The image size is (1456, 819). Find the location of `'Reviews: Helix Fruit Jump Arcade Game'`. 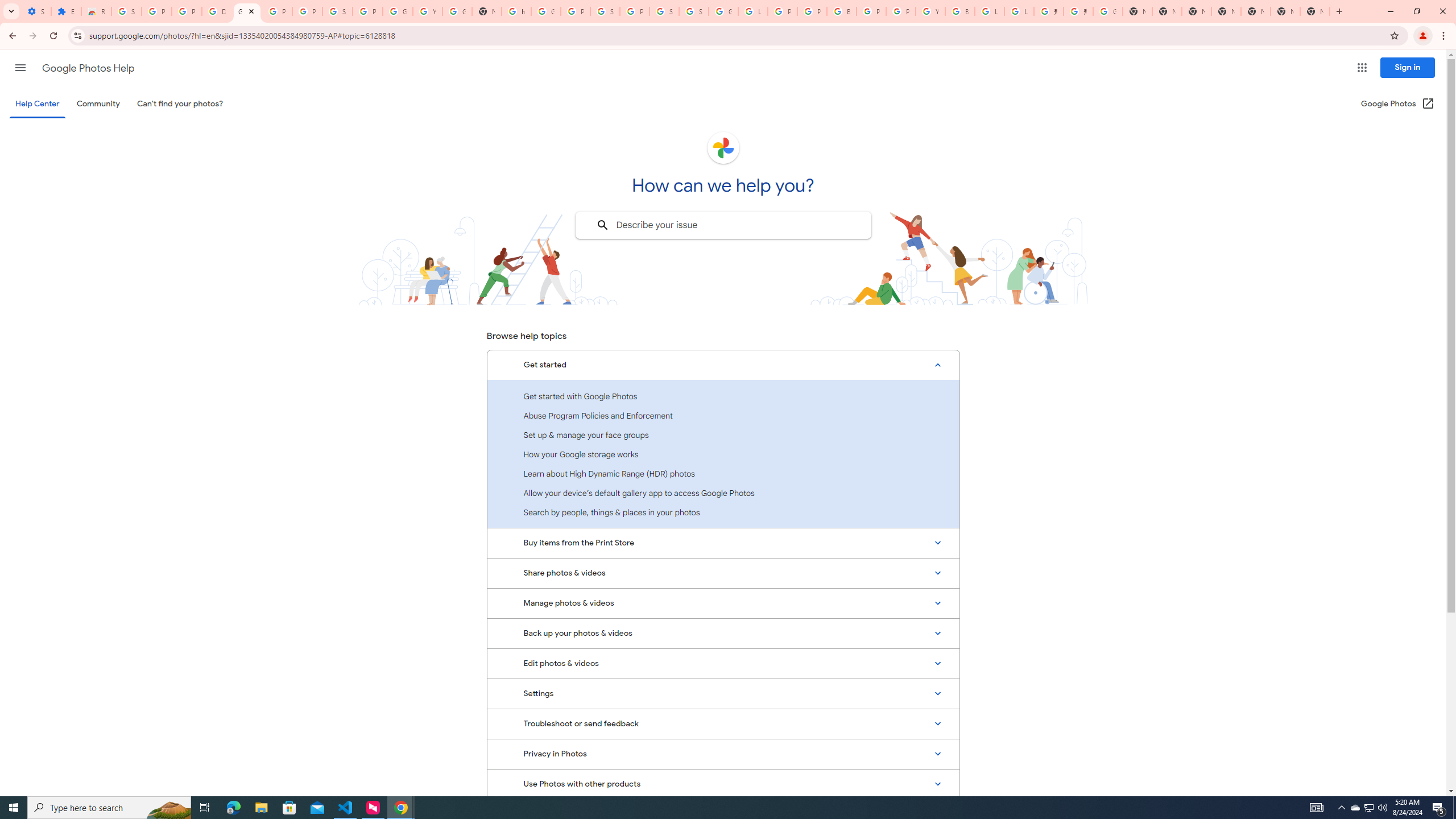

'Reviews: Helix Fruit Jump Arcade Game' is located at coordinates (95, 11).